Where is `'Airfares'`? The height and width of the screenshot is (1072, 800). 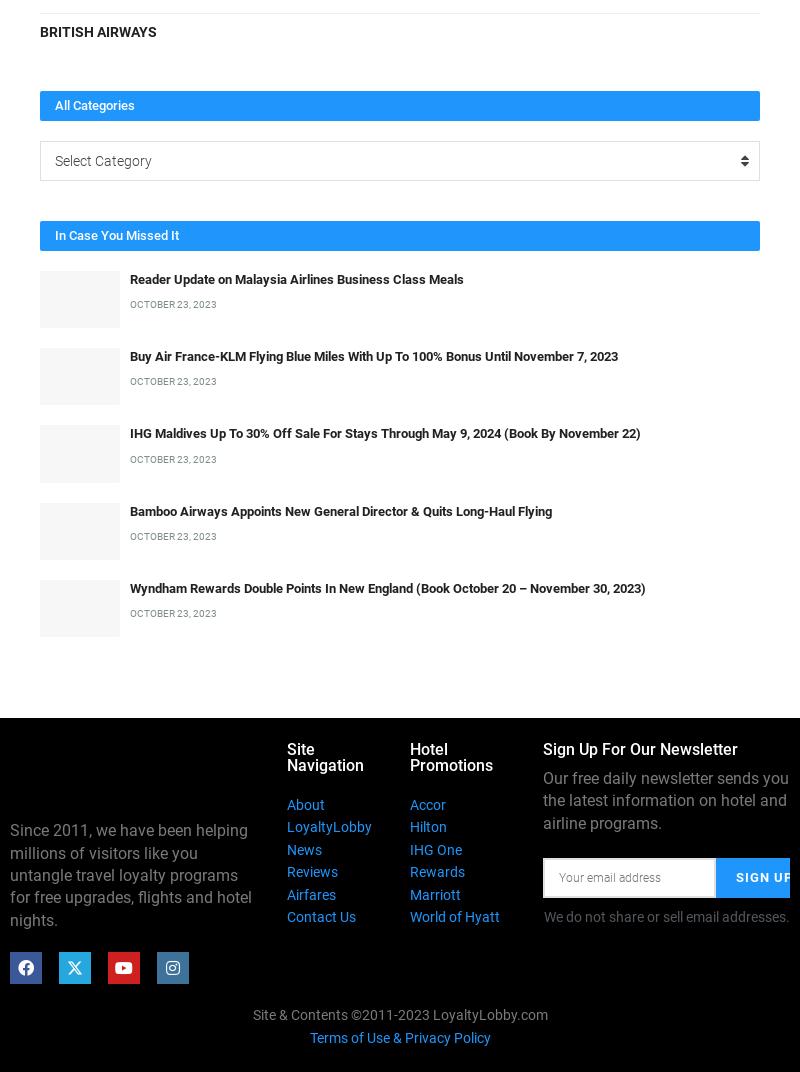
'Airfares' is located at coordinates (309, 894).